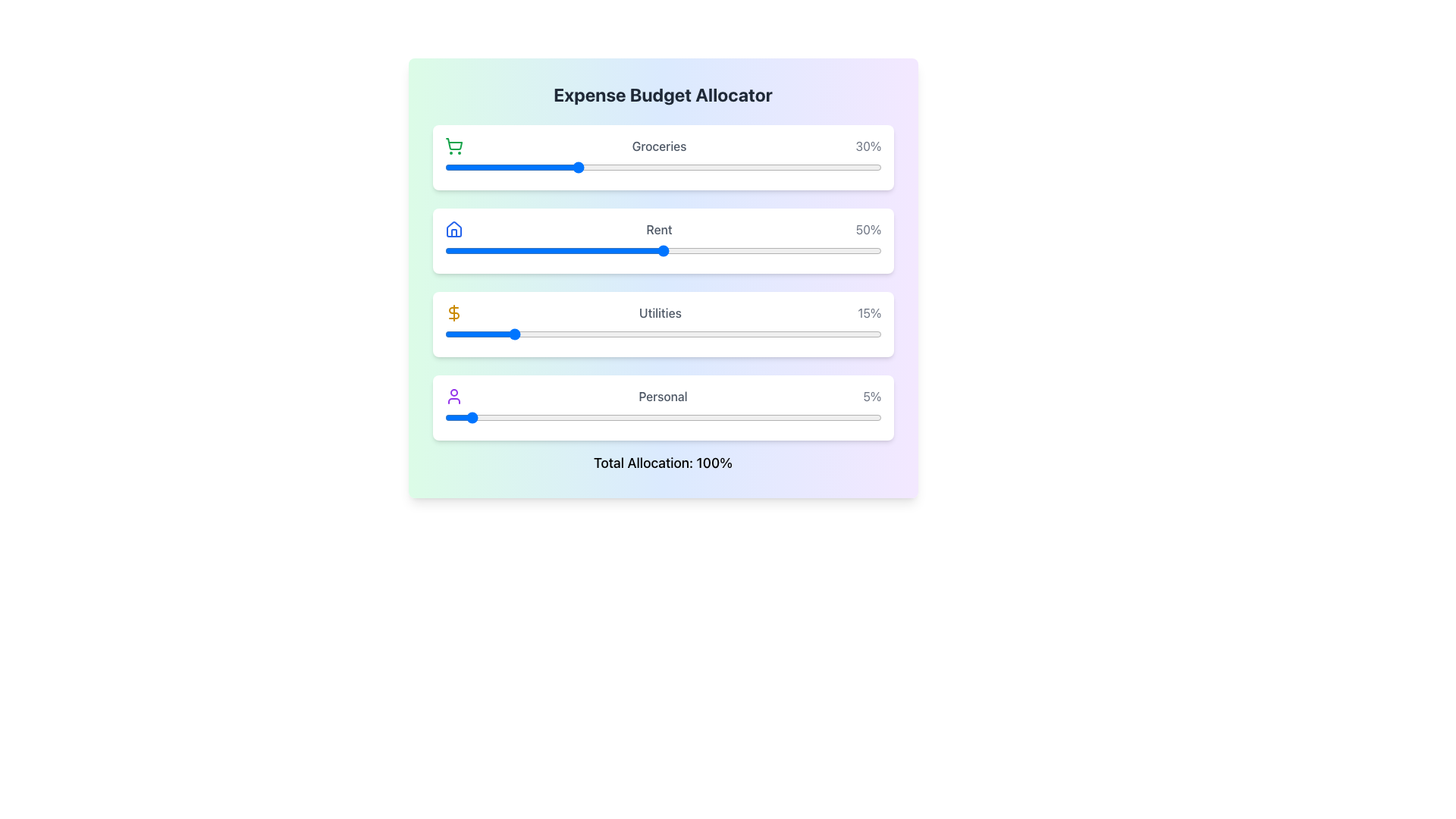 This screenshot has width=1456, height=819. I want to click on the rent allocation, so click(528, 250).